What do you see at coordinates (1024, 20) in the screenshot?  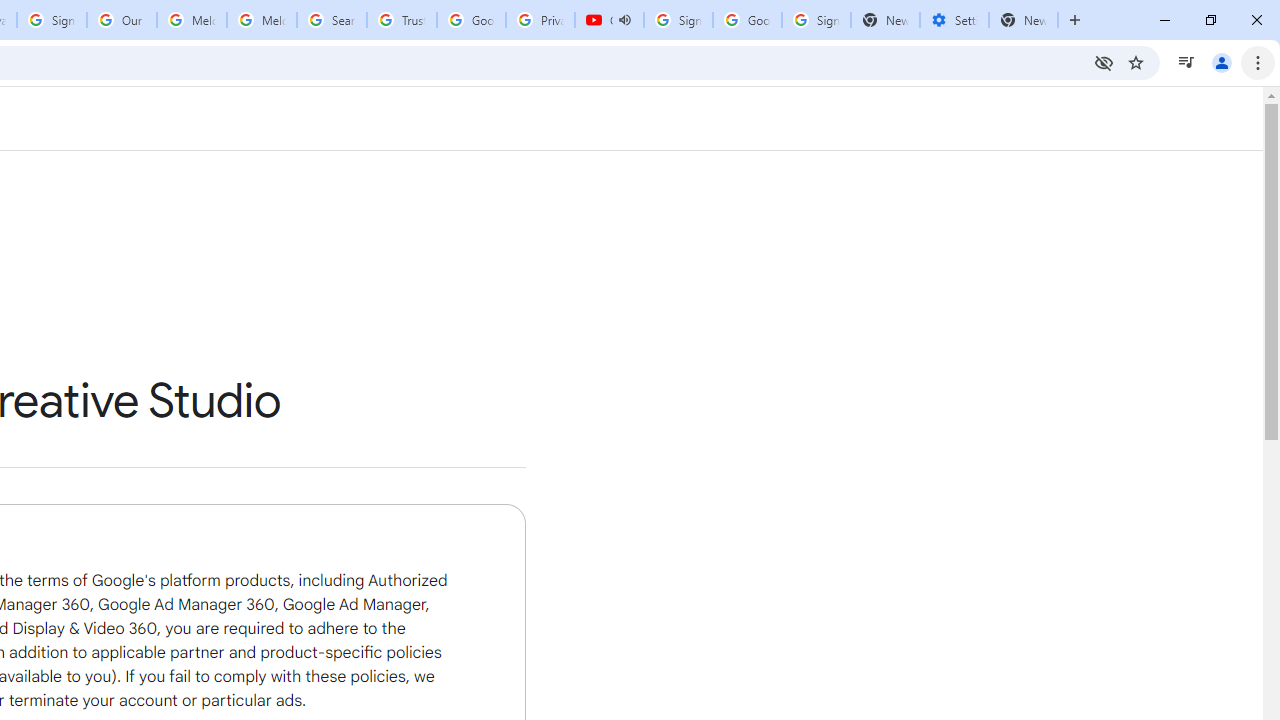 I see `'New Tab'` at bounding box center [1024, 20].